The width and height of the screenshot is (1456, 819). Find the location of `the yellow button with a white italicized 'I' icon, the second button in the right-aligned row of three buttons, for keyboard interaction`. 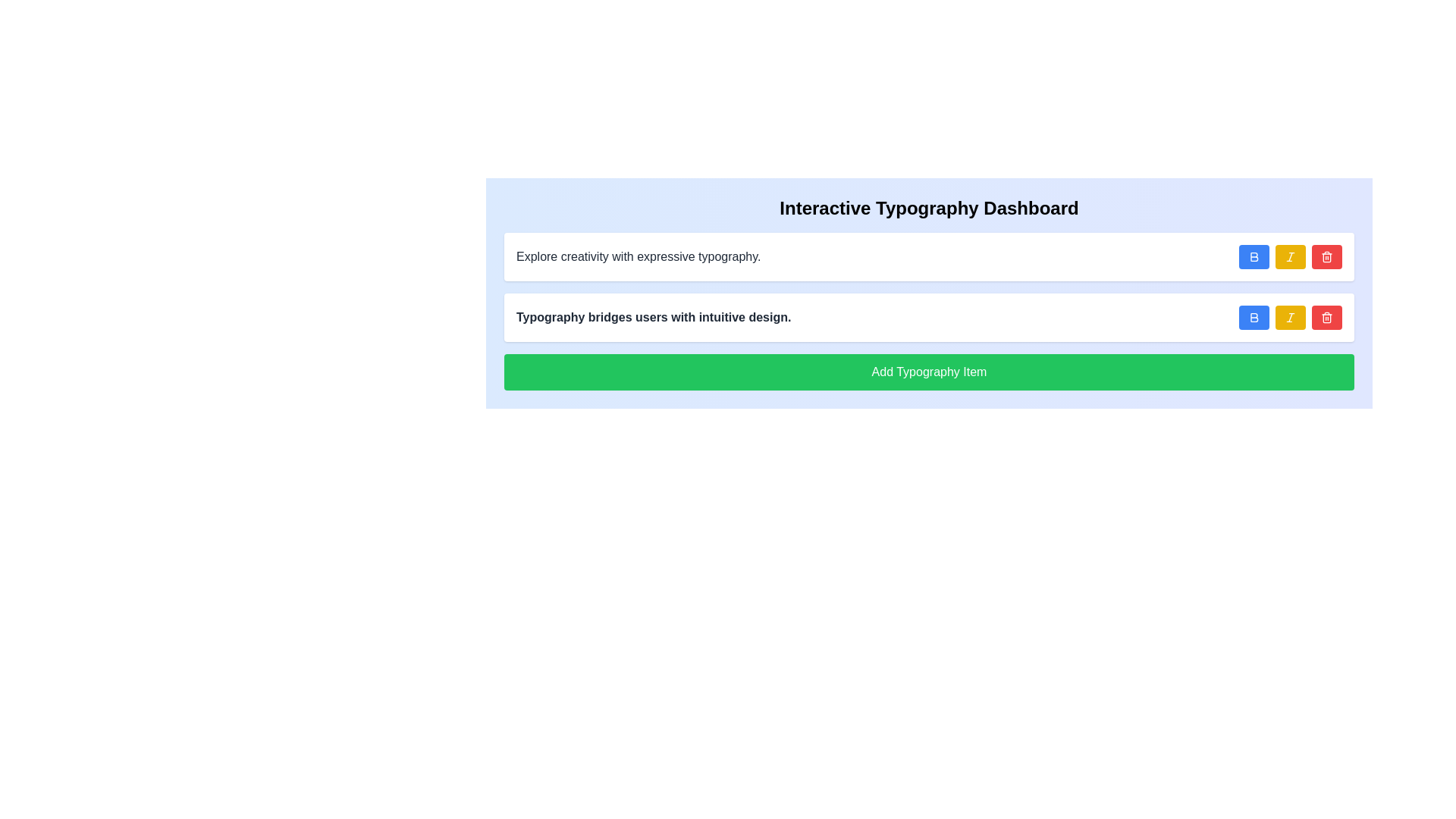

the yellow button with a white italicized 'I' icon, the second button in the right-aligned row of three buttons, for keyboard interaction is located at coordinates (1290, 256).